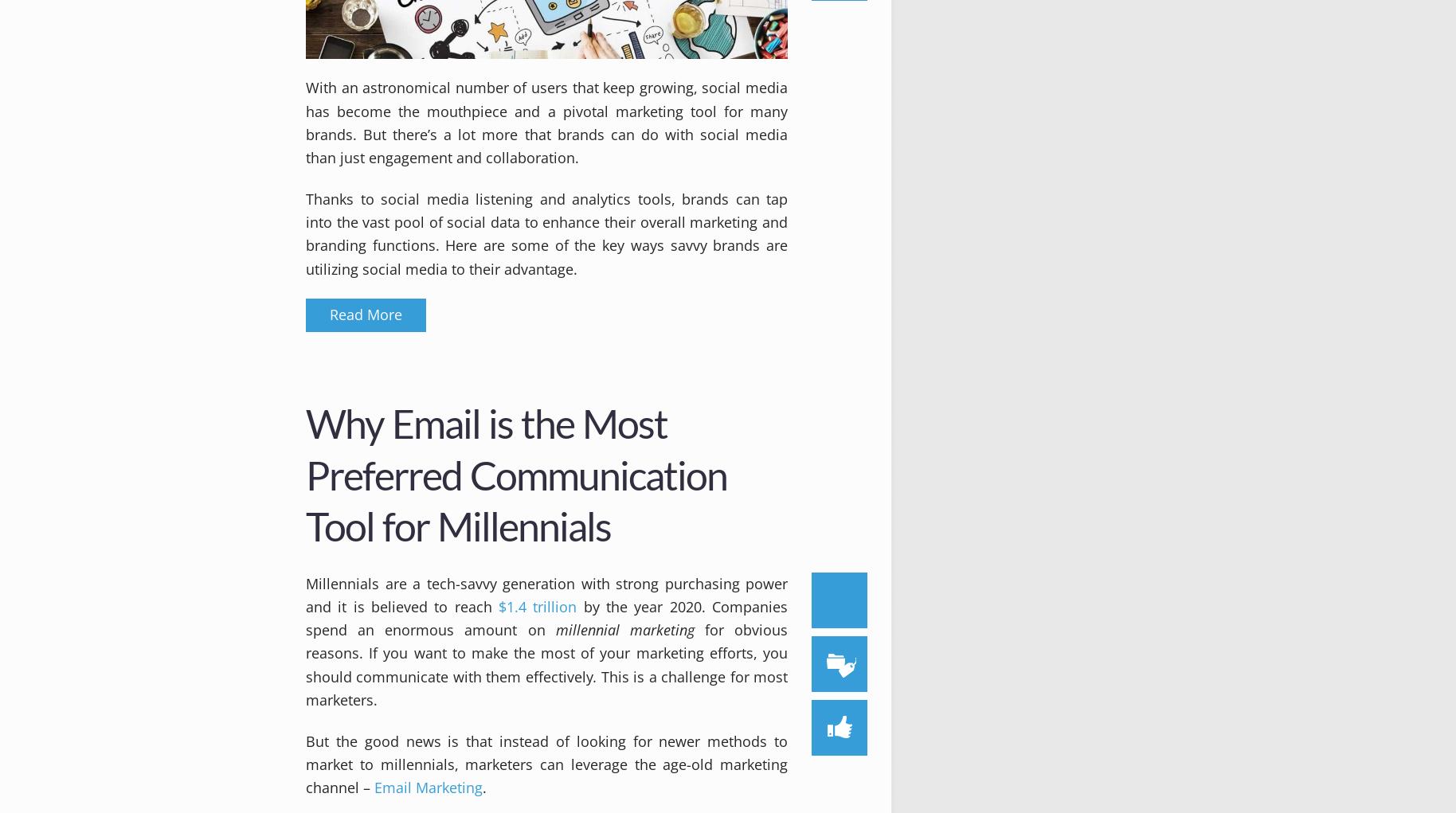  I want to click on 'Read More', so click(330, 314).